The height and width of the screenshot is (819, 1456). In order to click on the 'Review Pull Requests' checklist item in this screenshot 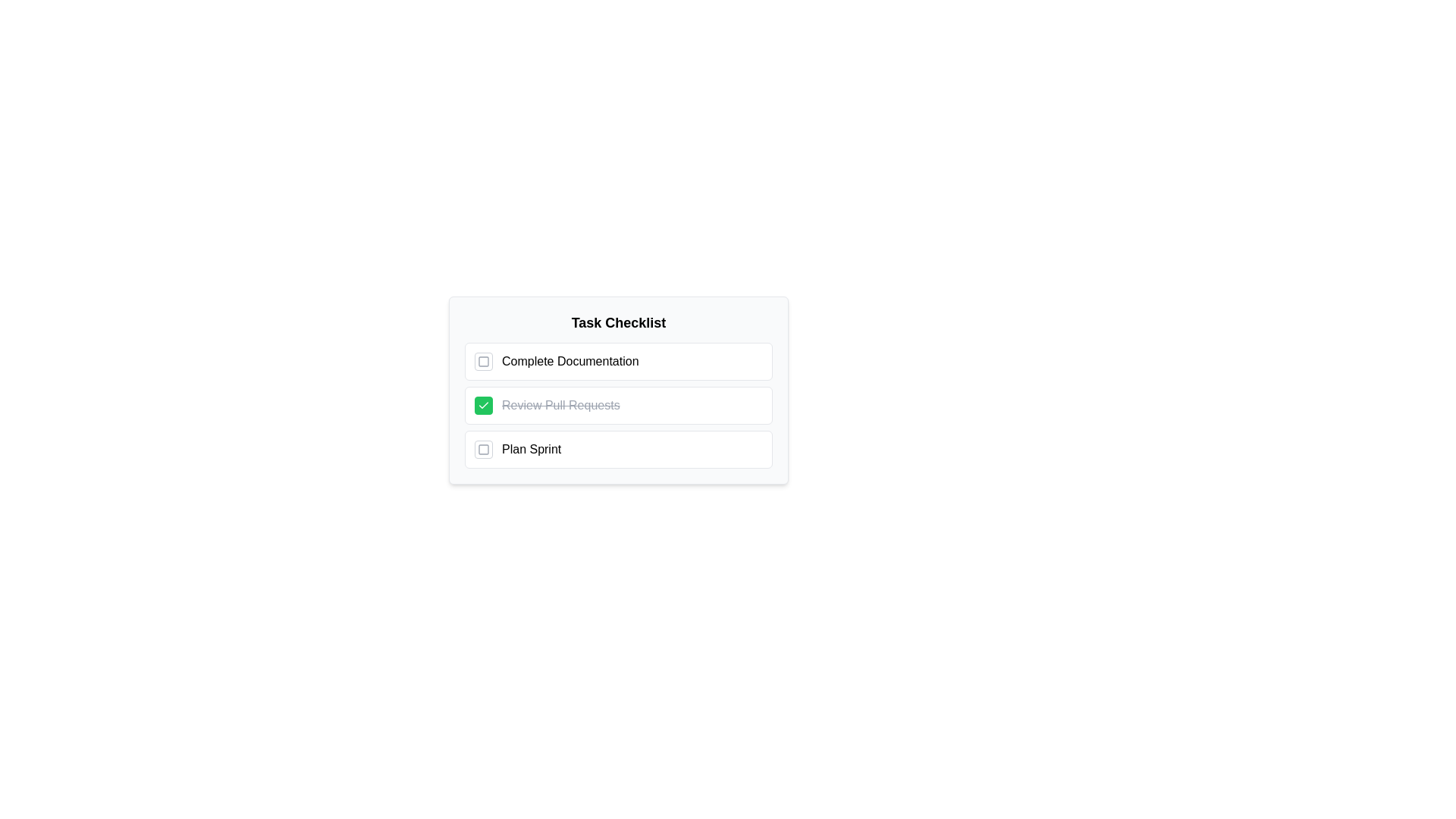, I will do `click(619, 390)`.